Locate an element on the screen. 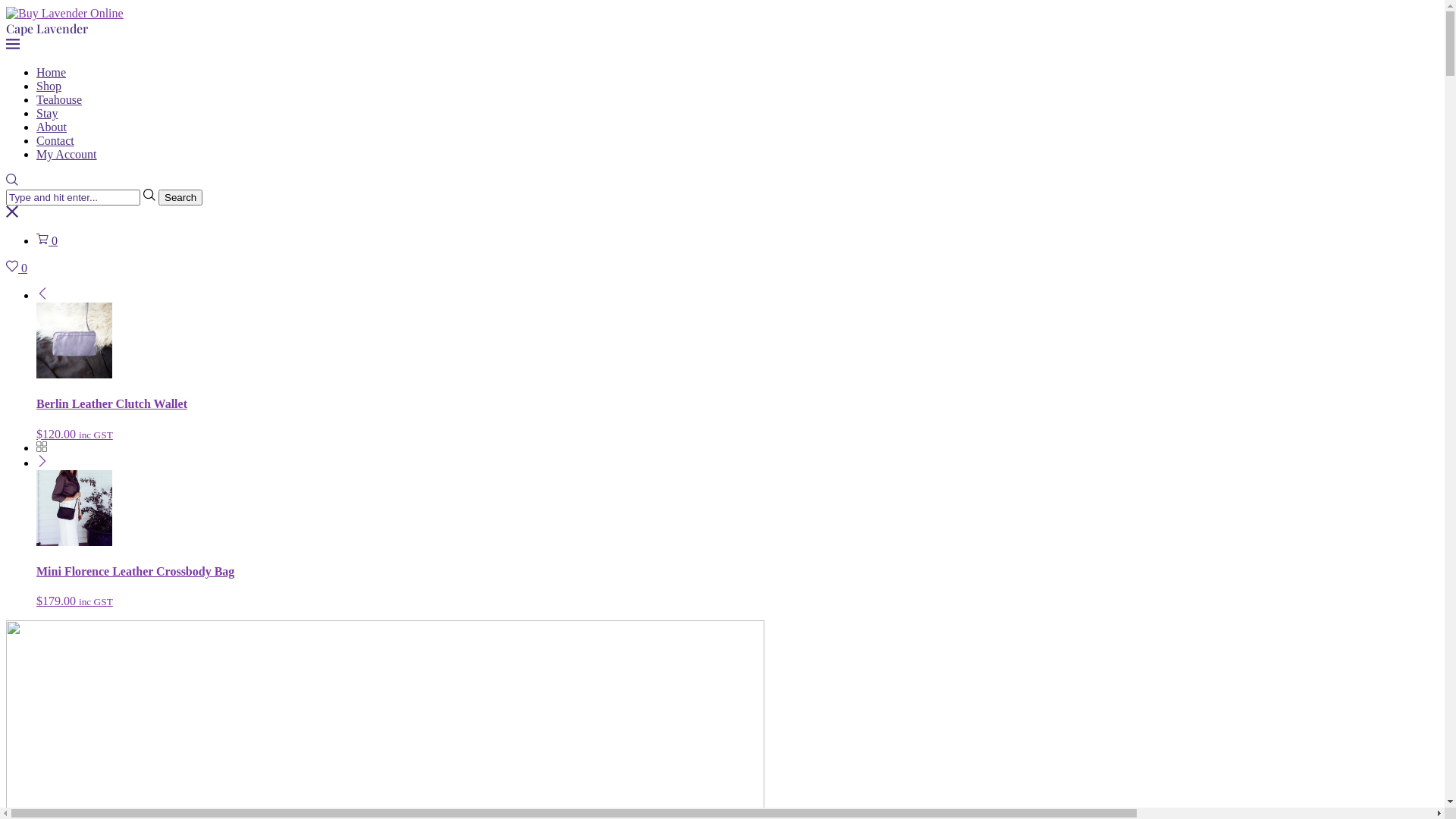  'Berlin Leather Clutch Wallet' is located at coordinates (111, 403).